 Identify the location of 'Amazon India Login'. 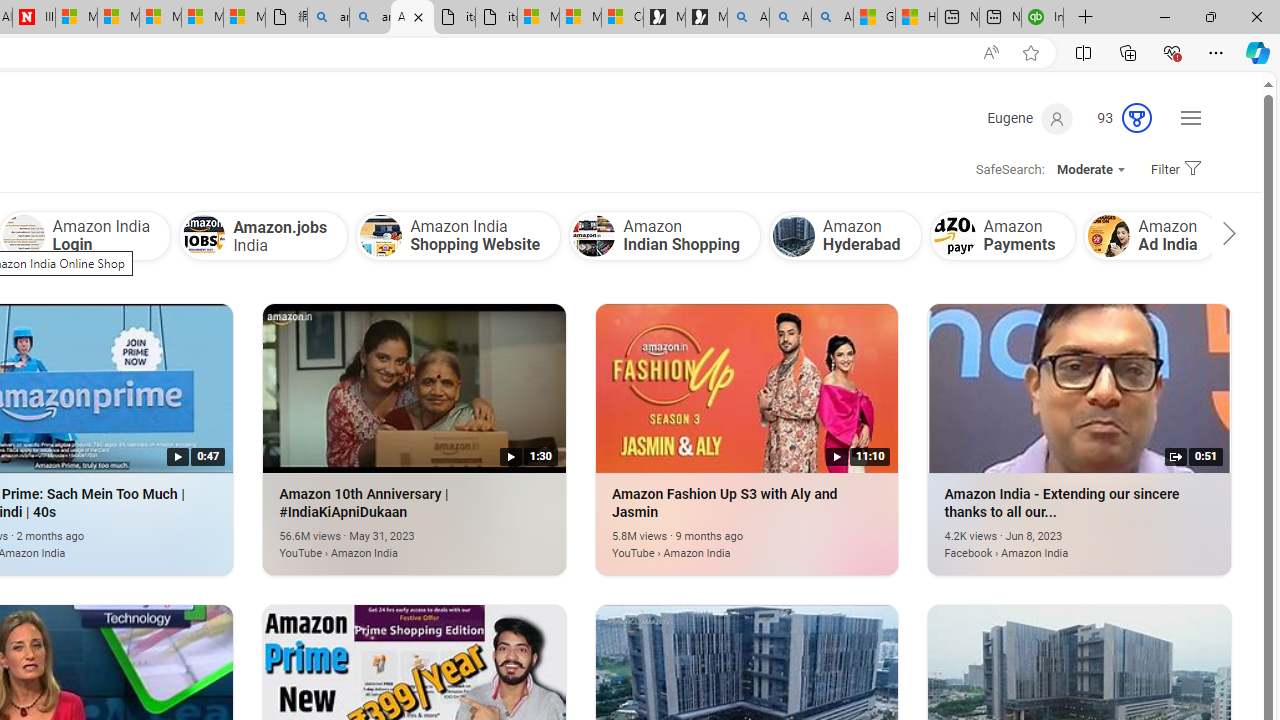
(23, 235).